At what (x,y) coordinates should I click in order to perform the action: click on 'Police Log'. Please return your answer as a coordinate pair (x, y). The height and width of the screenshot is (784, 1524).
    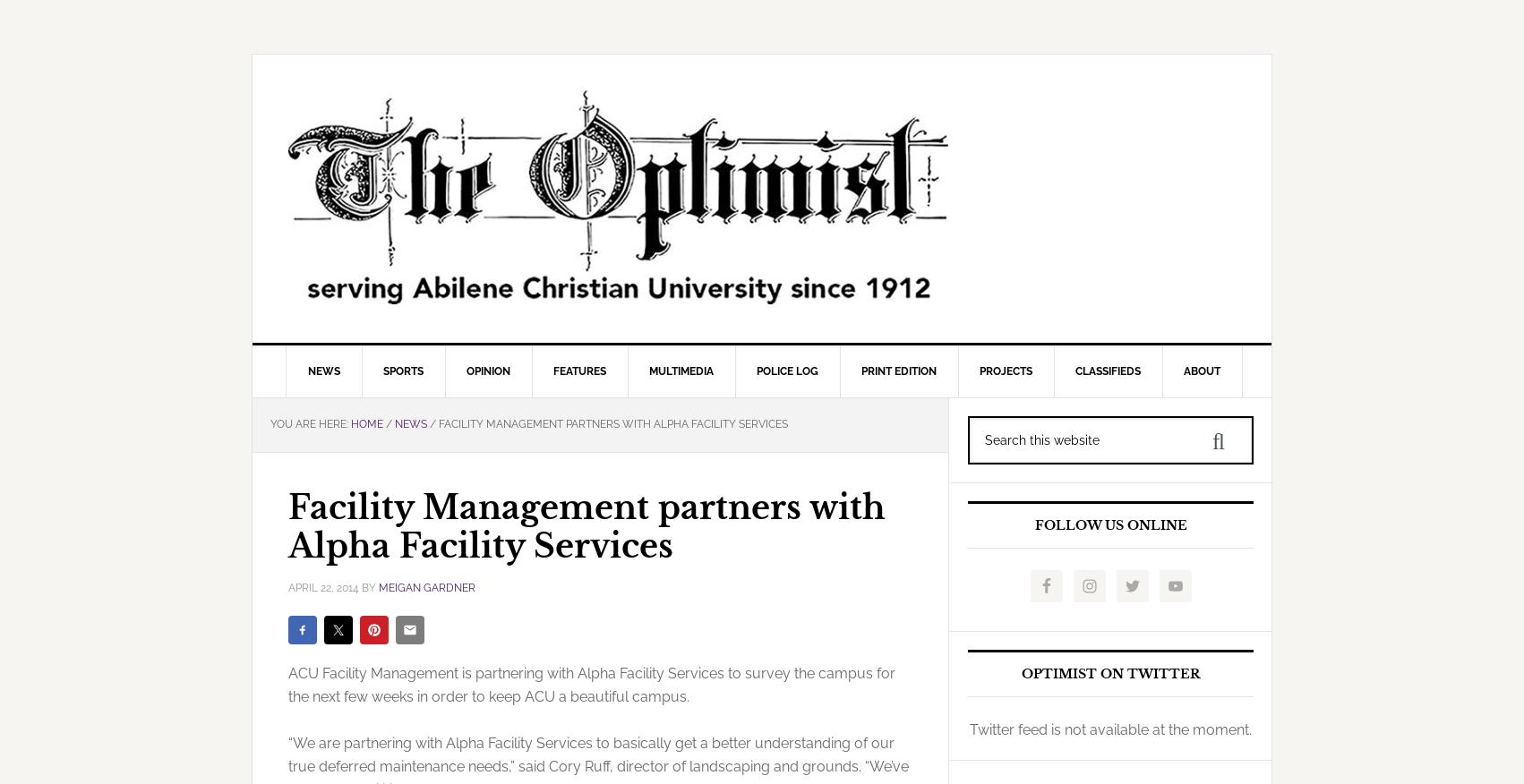
    Looking at the image, I should click on (786, 371).